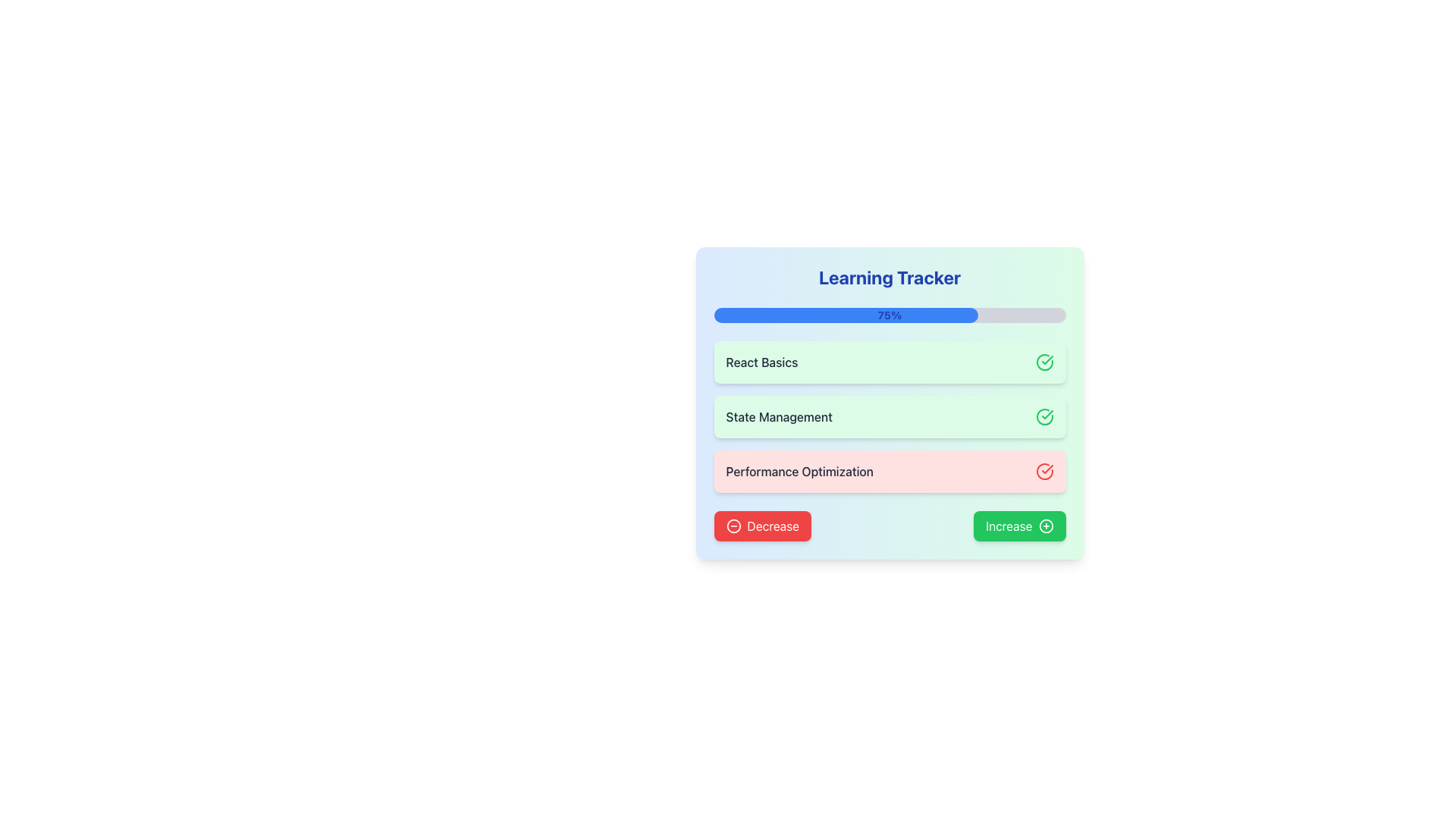 Image resolution: width=1456 pixels, height=819 pixels. I want to click on the status of the 'State Management' Labeled Section, which is styled in green with a checkmark, indicating its completion within the Learning Tracker section, so click(890, 417).